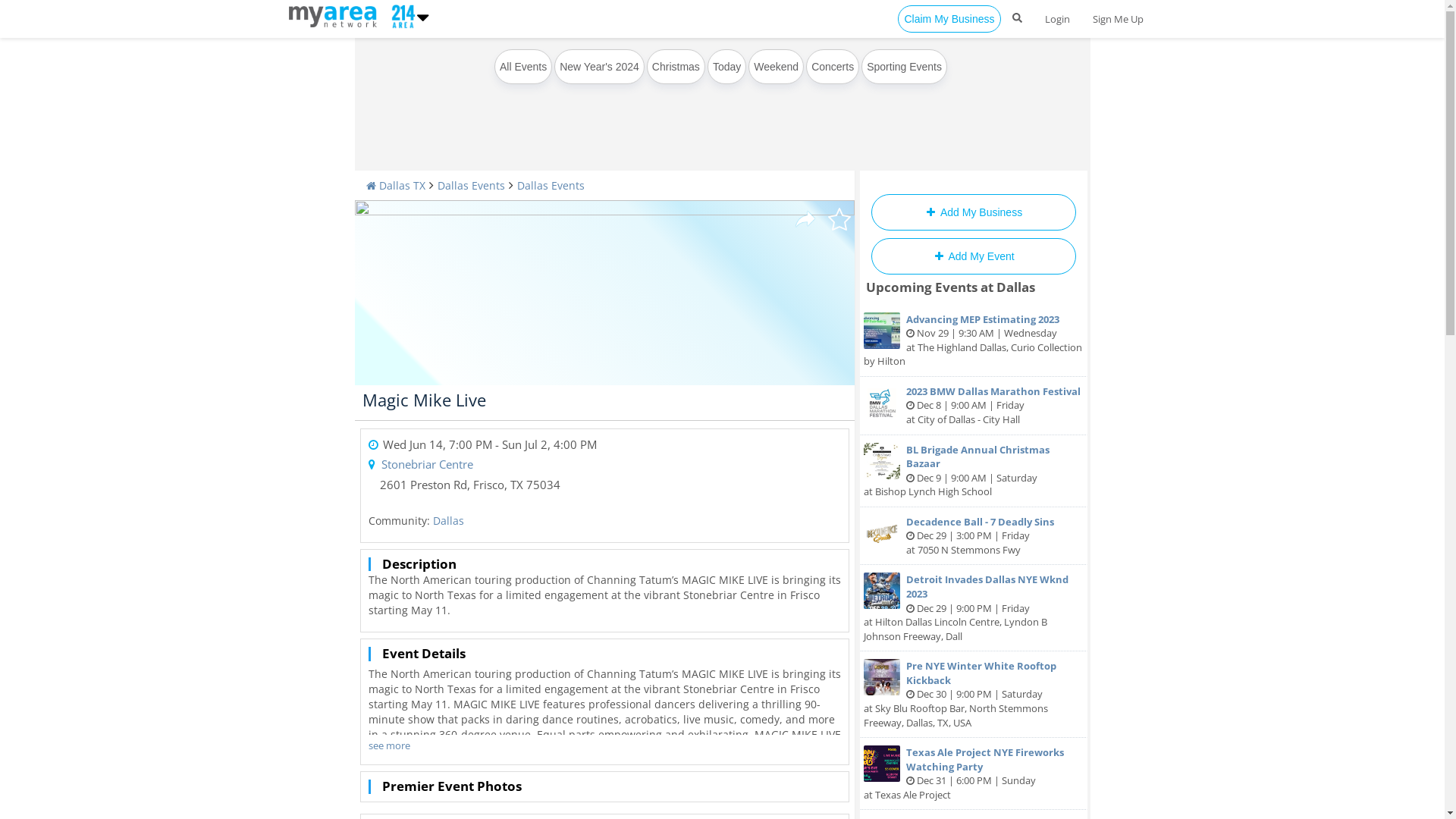 The height and width of the screenshot is (819, 1456). What do you see at coordinates (523, 66) in the screenshot?
I see `'All Events'` at bounding box center [523, 66].